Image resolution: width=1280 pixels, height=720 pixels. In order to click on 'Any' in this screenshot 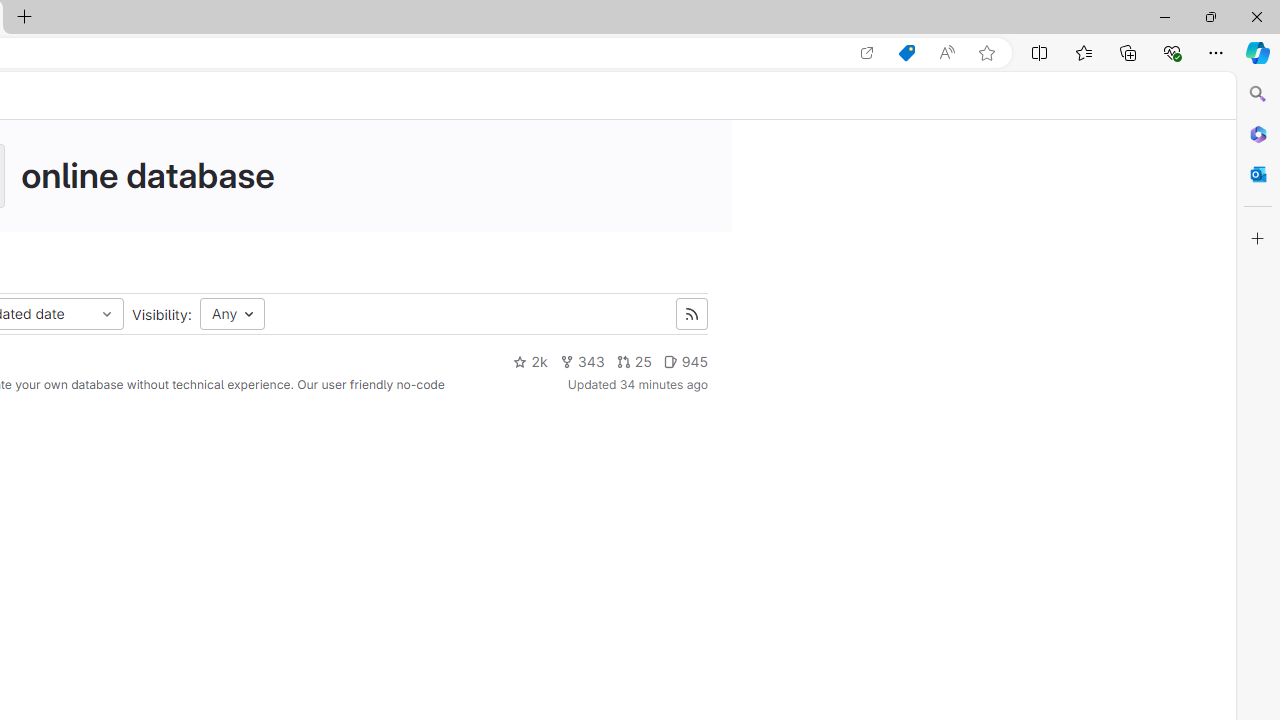, I will do `click(232, 314)`.